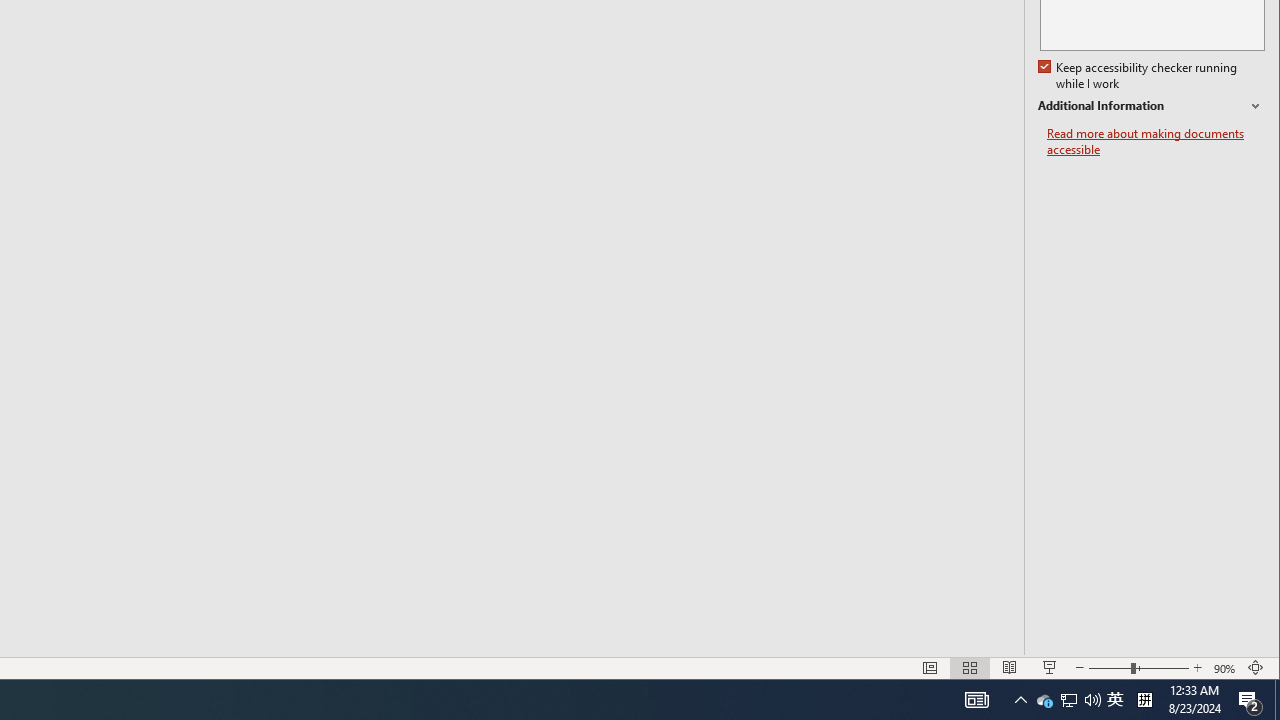  I want to click on 'Zoom 90%', so click(1224, 668).